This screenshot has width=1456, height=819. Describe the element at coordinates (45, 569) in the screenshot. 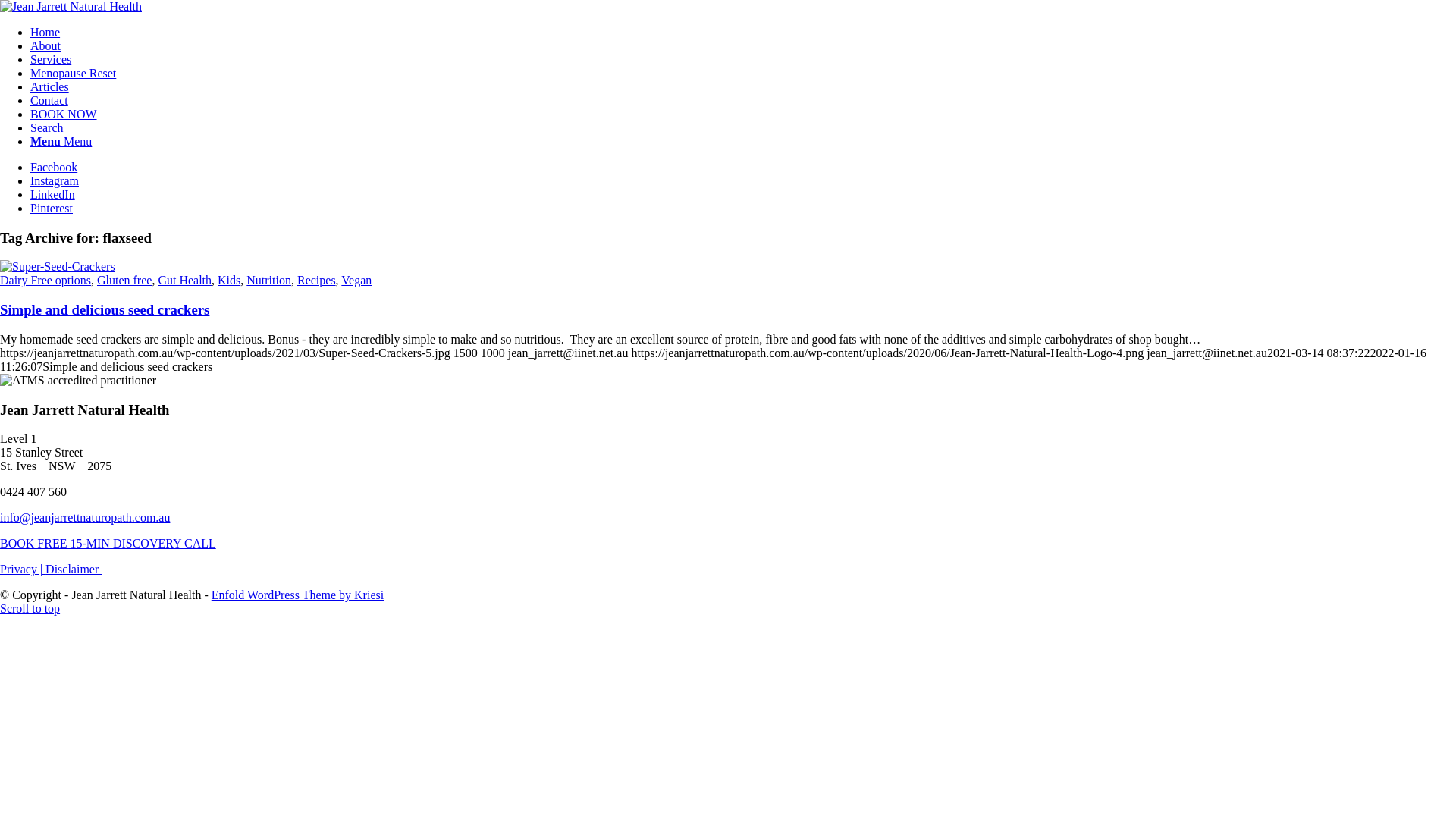

I see `'Disclaimer '` at that location.